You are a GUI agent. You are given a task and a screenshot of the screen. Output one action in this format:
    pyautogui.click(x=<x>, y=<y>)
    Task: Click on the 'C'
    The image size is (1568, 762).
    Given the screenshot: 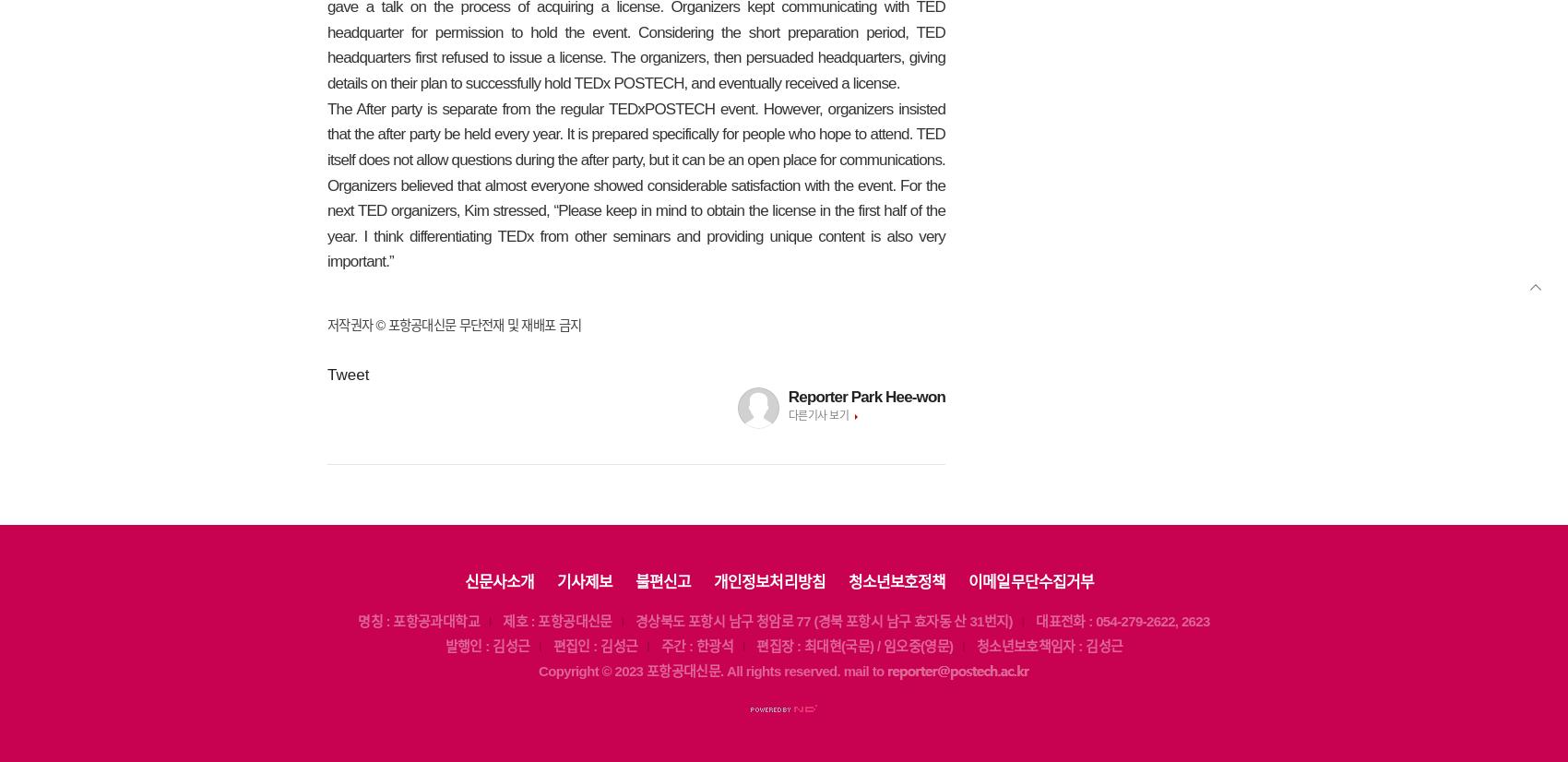 What is the action you would take?
    pyautogui.click(x=541, y=671)
    